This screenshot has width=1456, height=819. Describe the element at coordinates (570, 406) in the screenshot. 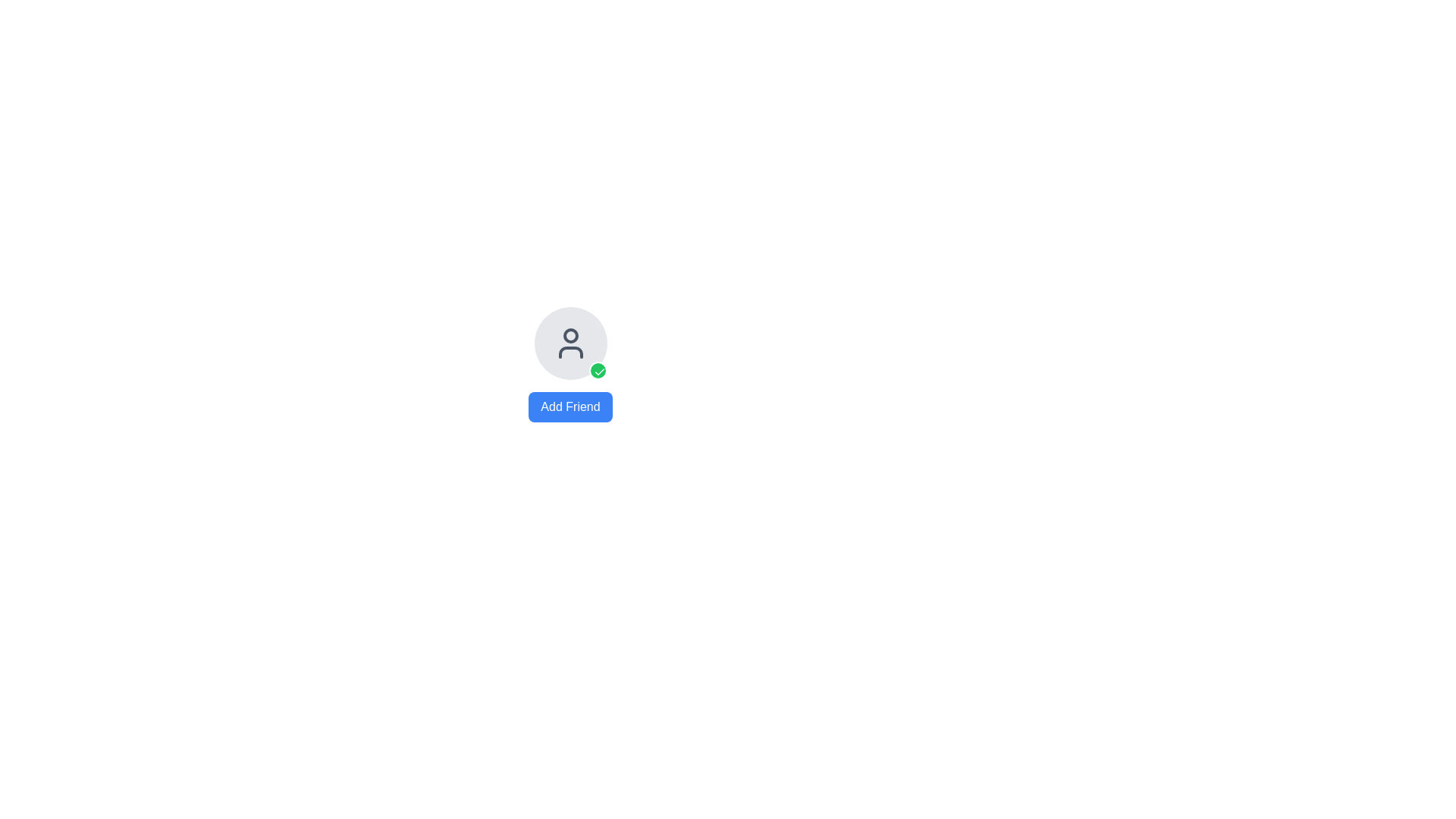

I see `the 'Add Friend' button located below the circular avatar graphic with a green status indicator to send a friend request` at that location.